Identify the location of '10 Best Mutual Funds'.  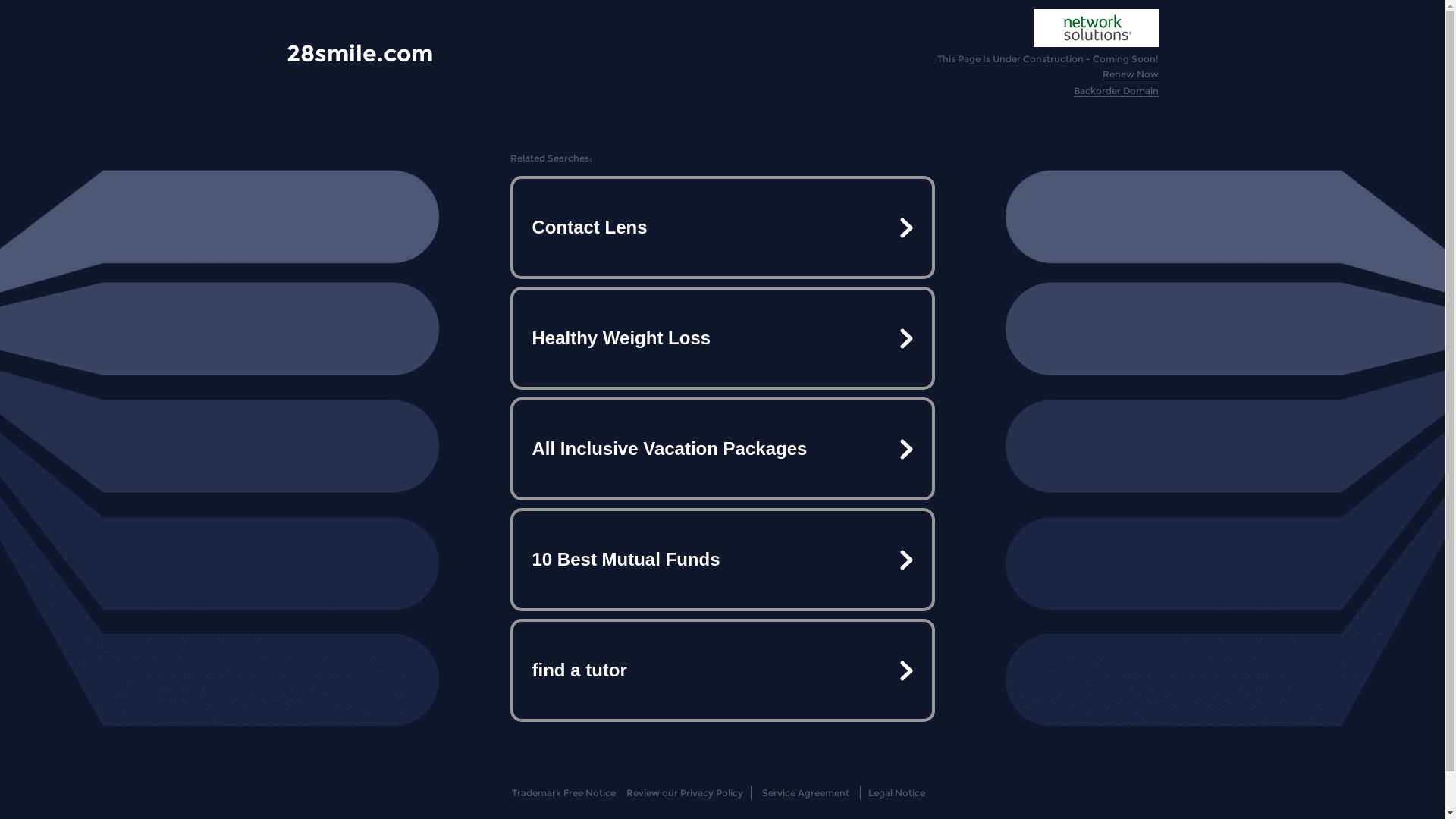
(513, 559).